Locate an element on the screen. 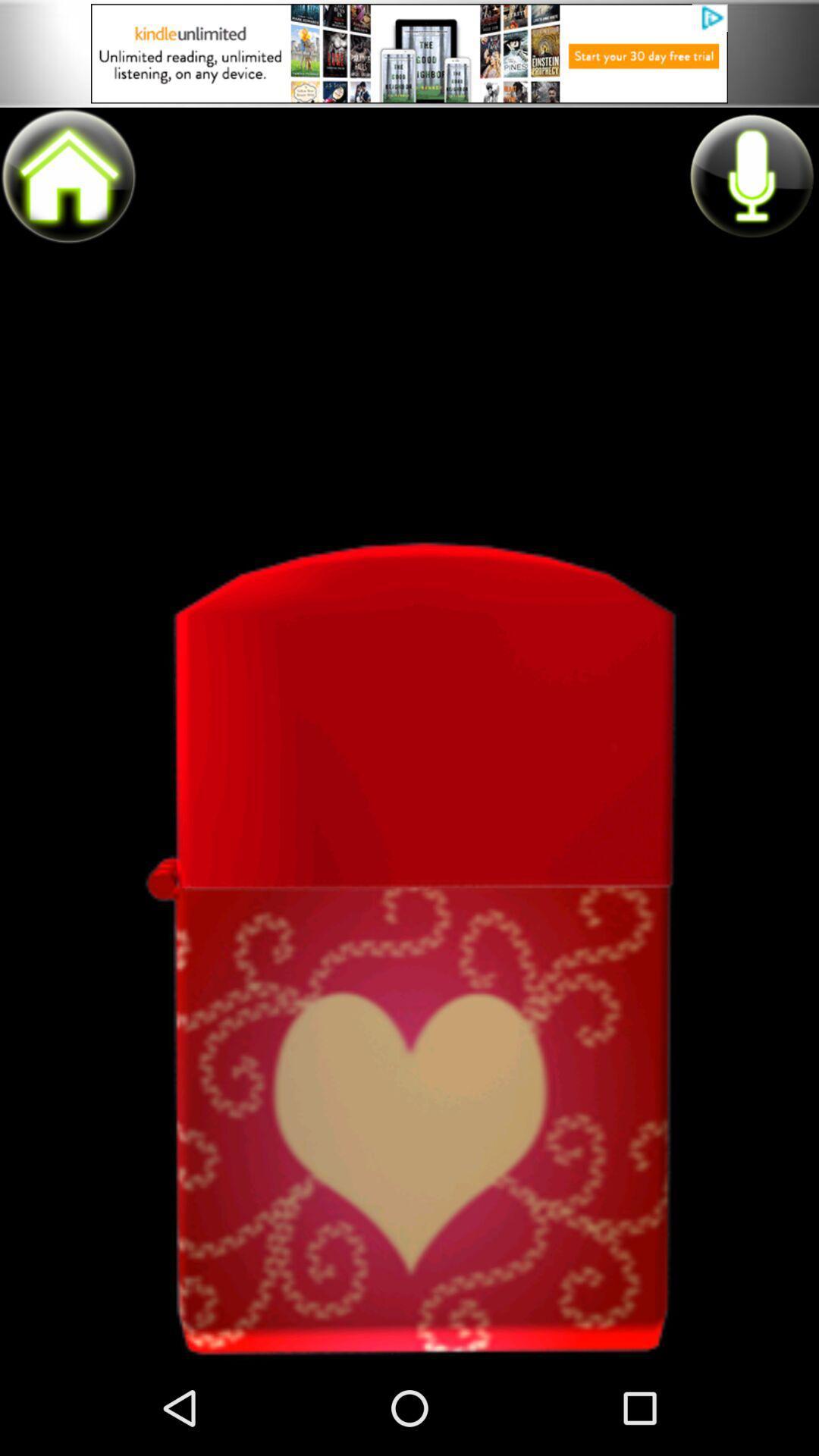 This screenshot has width=819, height=1456. activates microphone is located at coordinates (751, 175).